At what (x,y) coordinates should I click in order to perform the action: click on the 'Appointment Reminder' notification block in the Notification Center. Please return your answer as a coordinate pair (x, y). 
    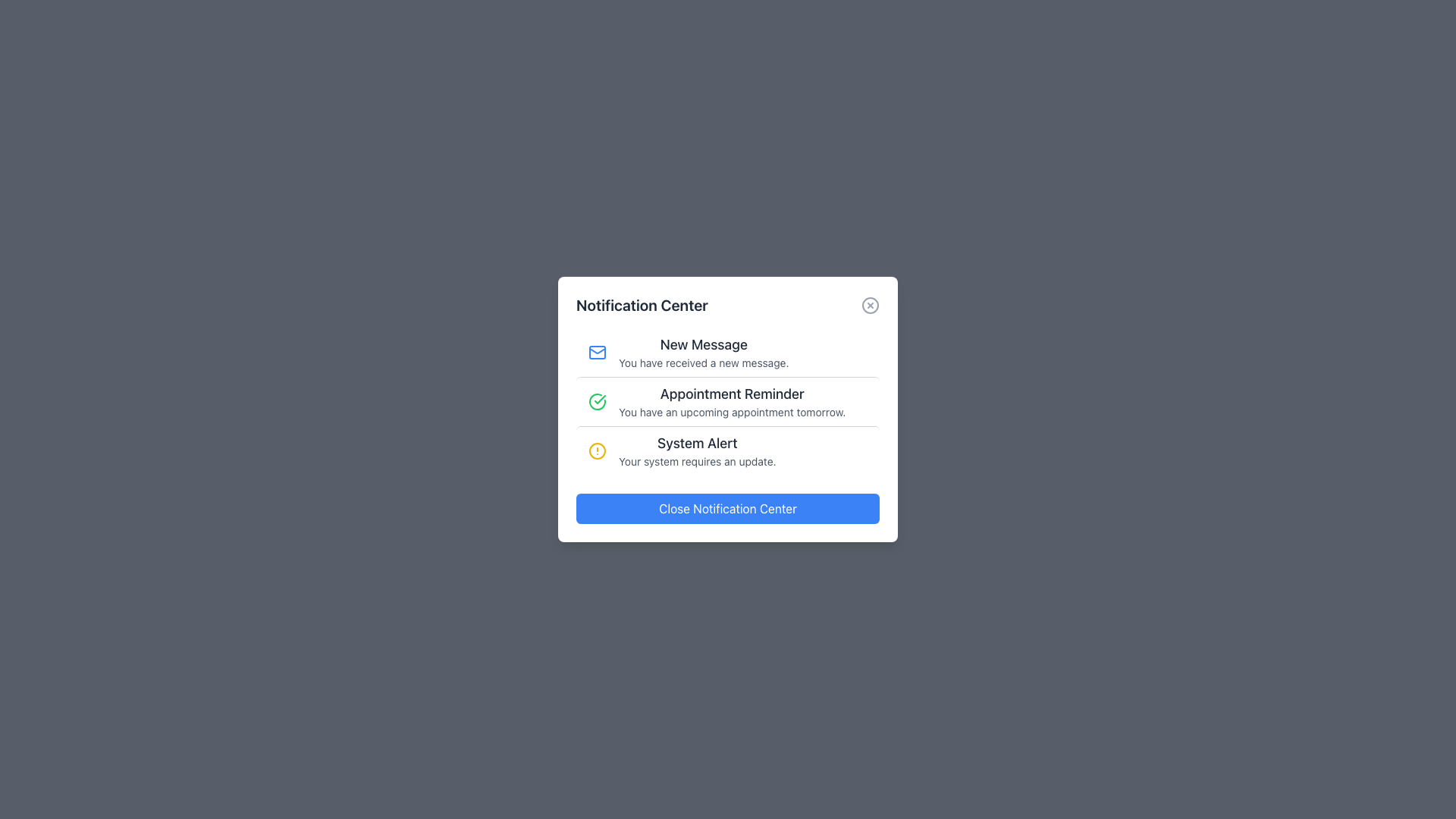
    Looking at the image, I should click on (732, 400).